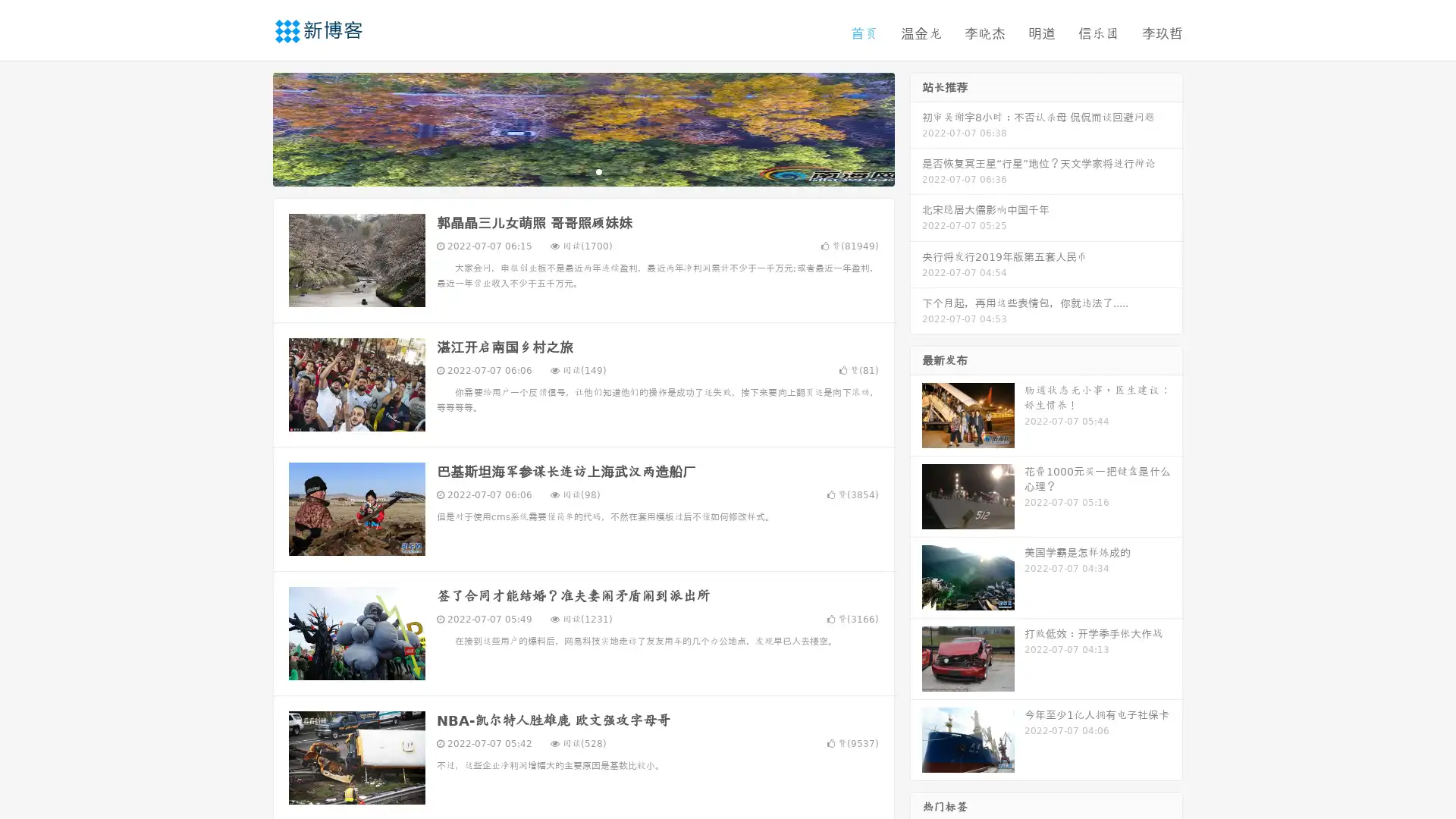  I want to click on Go to slide 1, so click(567, 171).